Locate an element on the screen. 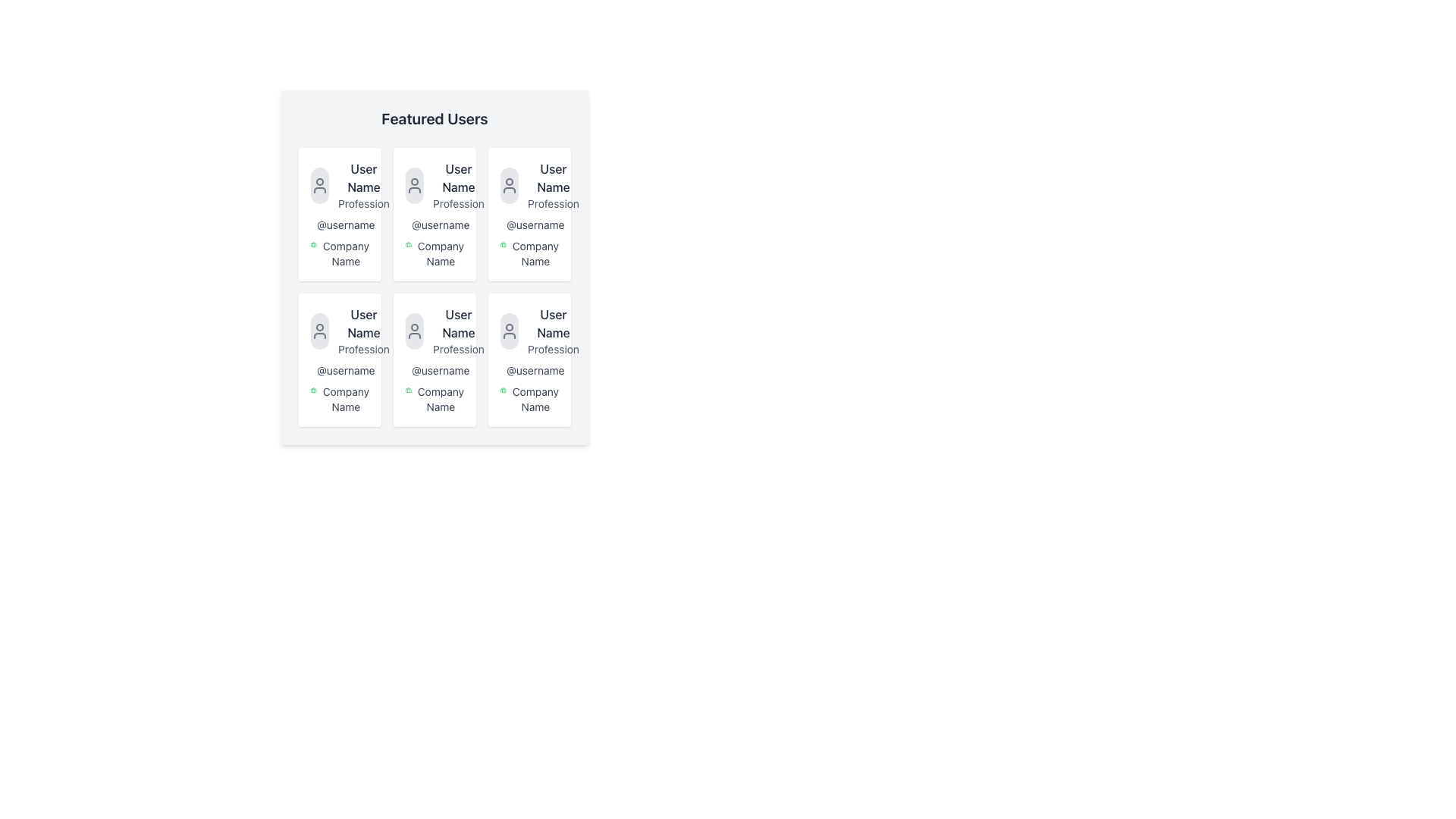 The image size is (1456, 819). the user profile card snippet located in the lower right quadrant of a 3x2 grid, specifically the sixth card, to view user-specific information is located at coordinates (529, 330).